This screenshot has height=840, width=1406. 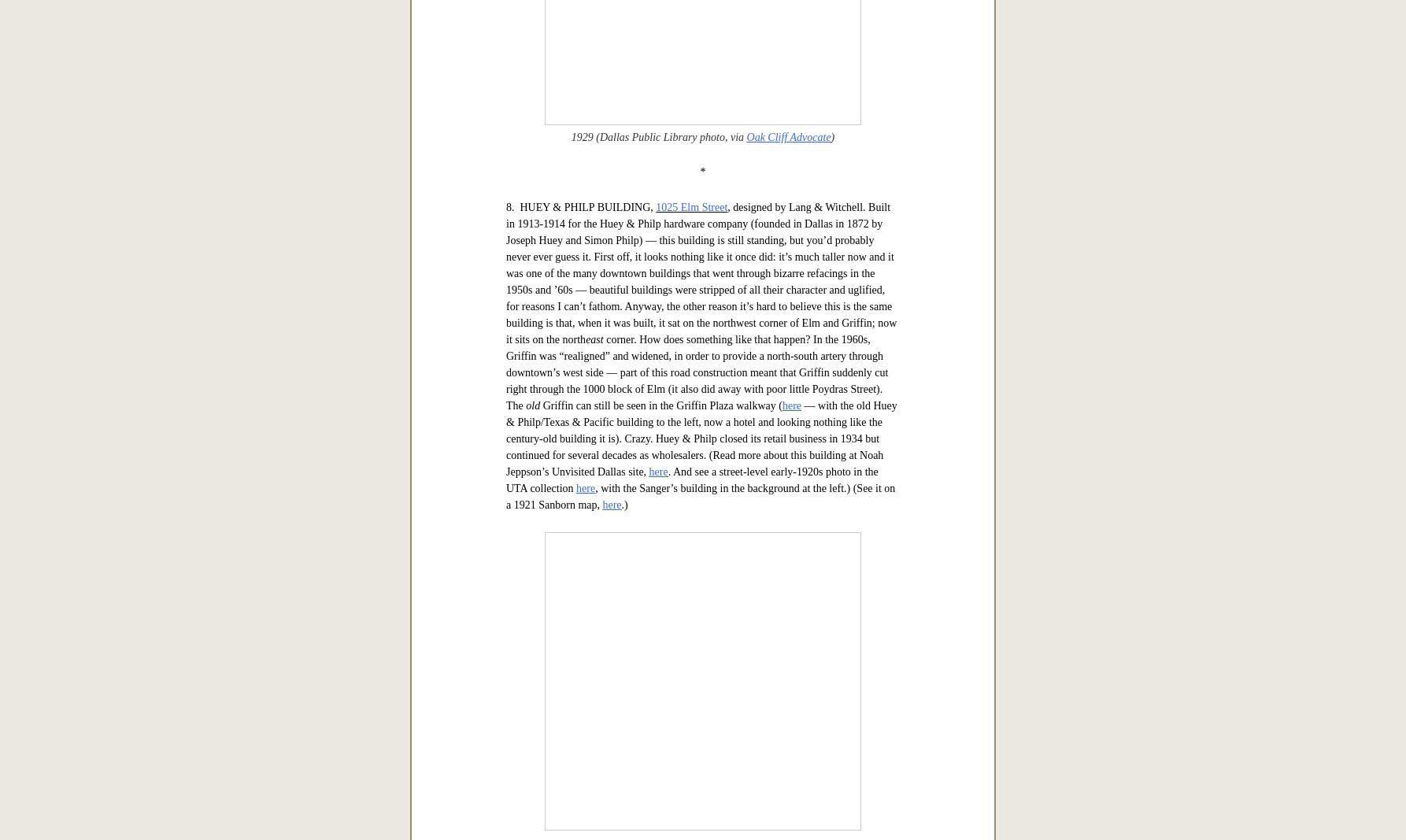 What do you see at coordinates (775, 128) in the screenshot?
I see `'northwest corner of West Jefferson & Tyler'` at bounding box center [775, 128].